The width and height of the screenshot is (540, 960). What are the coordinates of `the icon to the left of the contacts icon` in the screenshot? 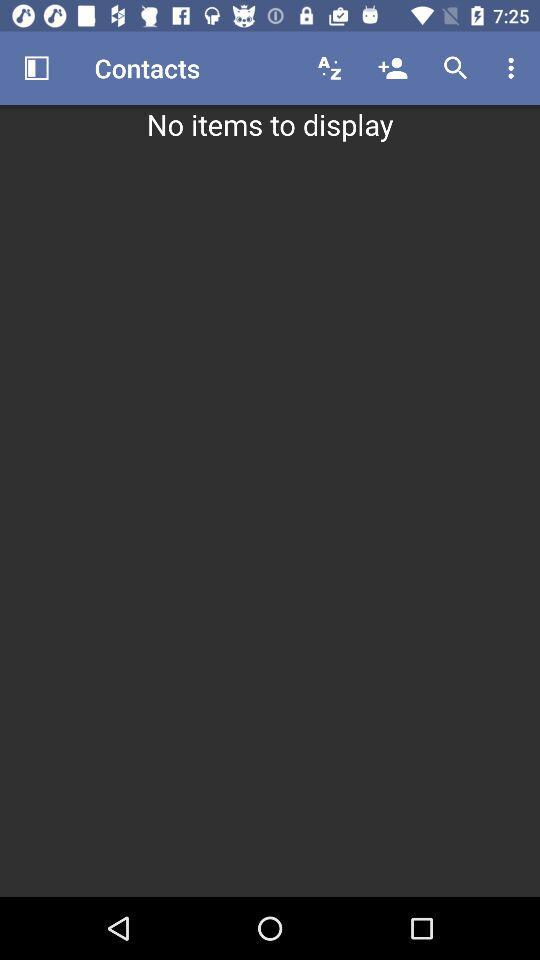 It's located at (36, 68).